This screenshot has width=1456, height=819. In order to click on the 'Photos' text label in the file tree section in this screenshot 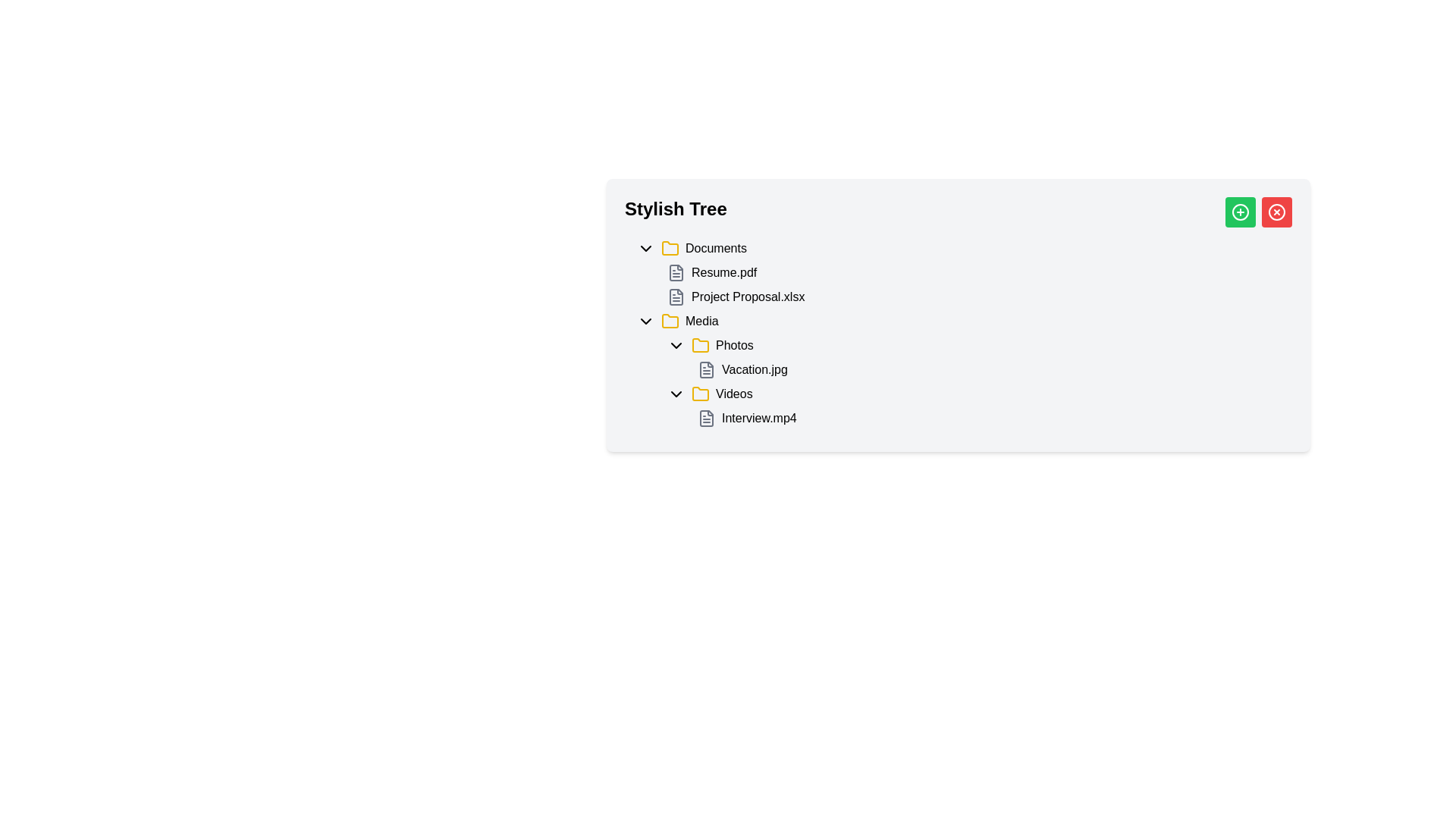, I will do `click(734, 345)`.